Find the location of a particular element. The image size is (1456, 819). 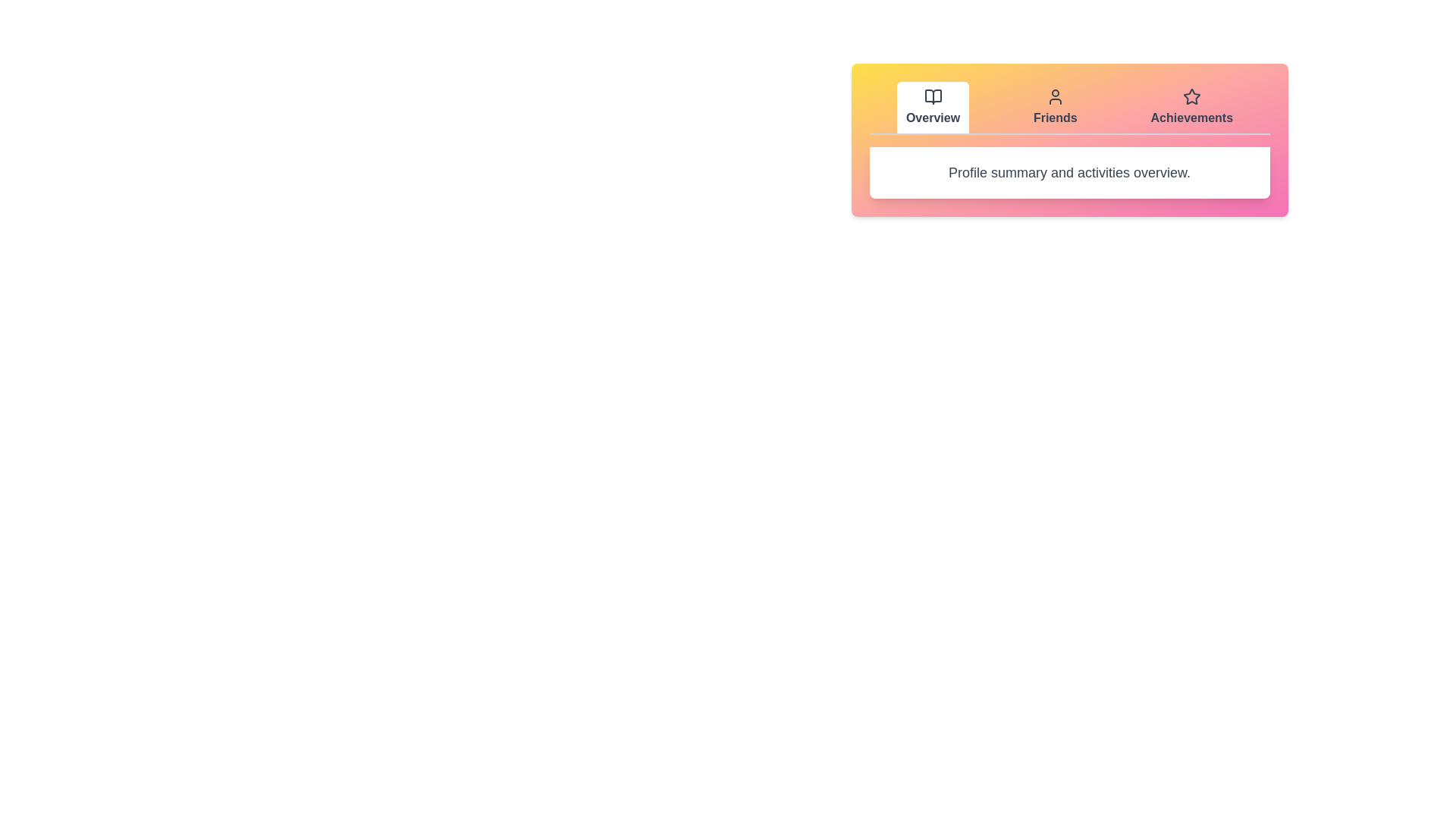

the Overview tab is located at coordinates (932, 107).